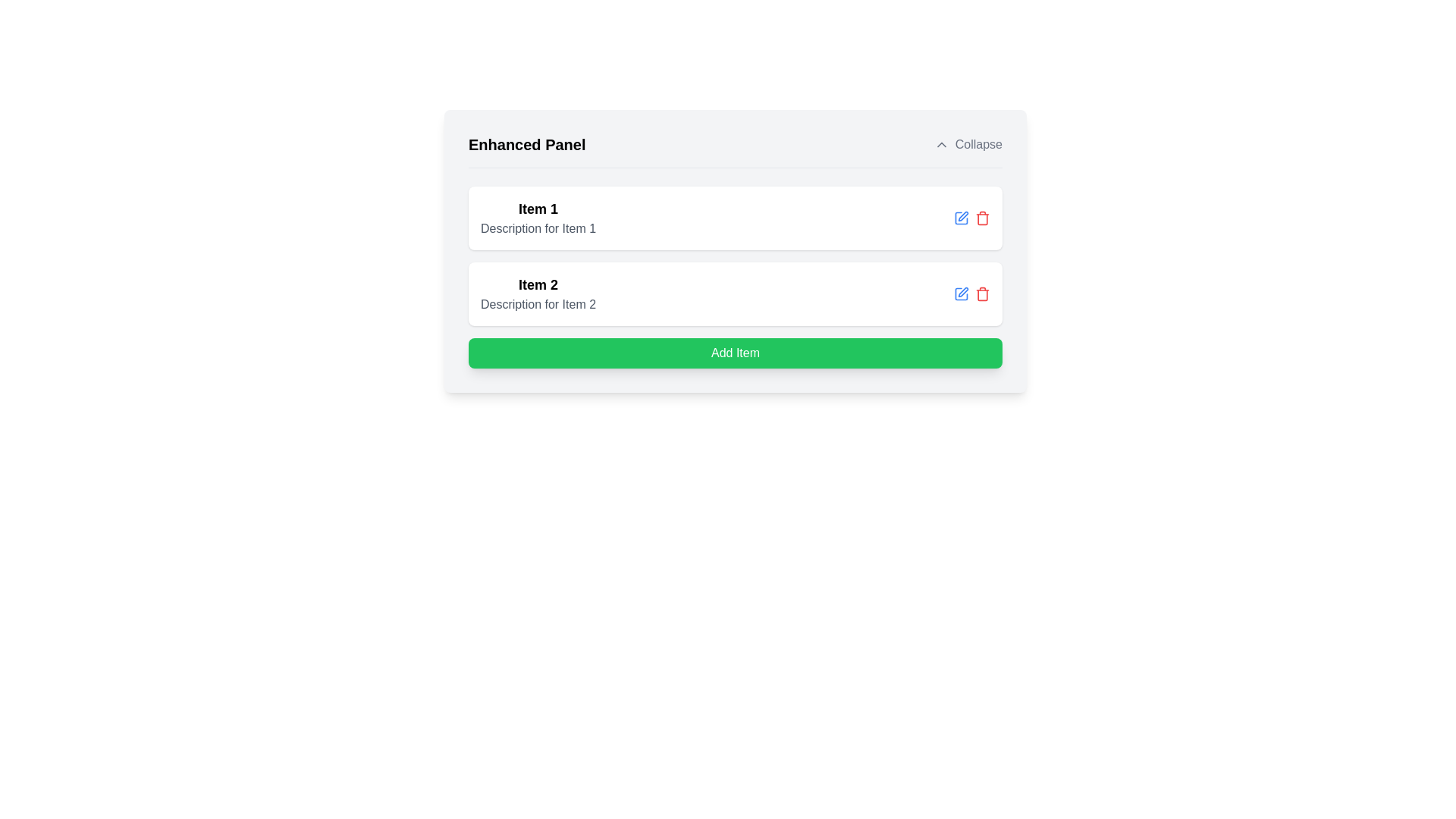 The width and height of the screenshot is (1456, 819). Describe the element at coordinates (978, 145) in the screenshot. I see `the 'Collapse' label which is styled with gray text and located to the right of the upward-facing chevron icon in the header of the panel` at that location.